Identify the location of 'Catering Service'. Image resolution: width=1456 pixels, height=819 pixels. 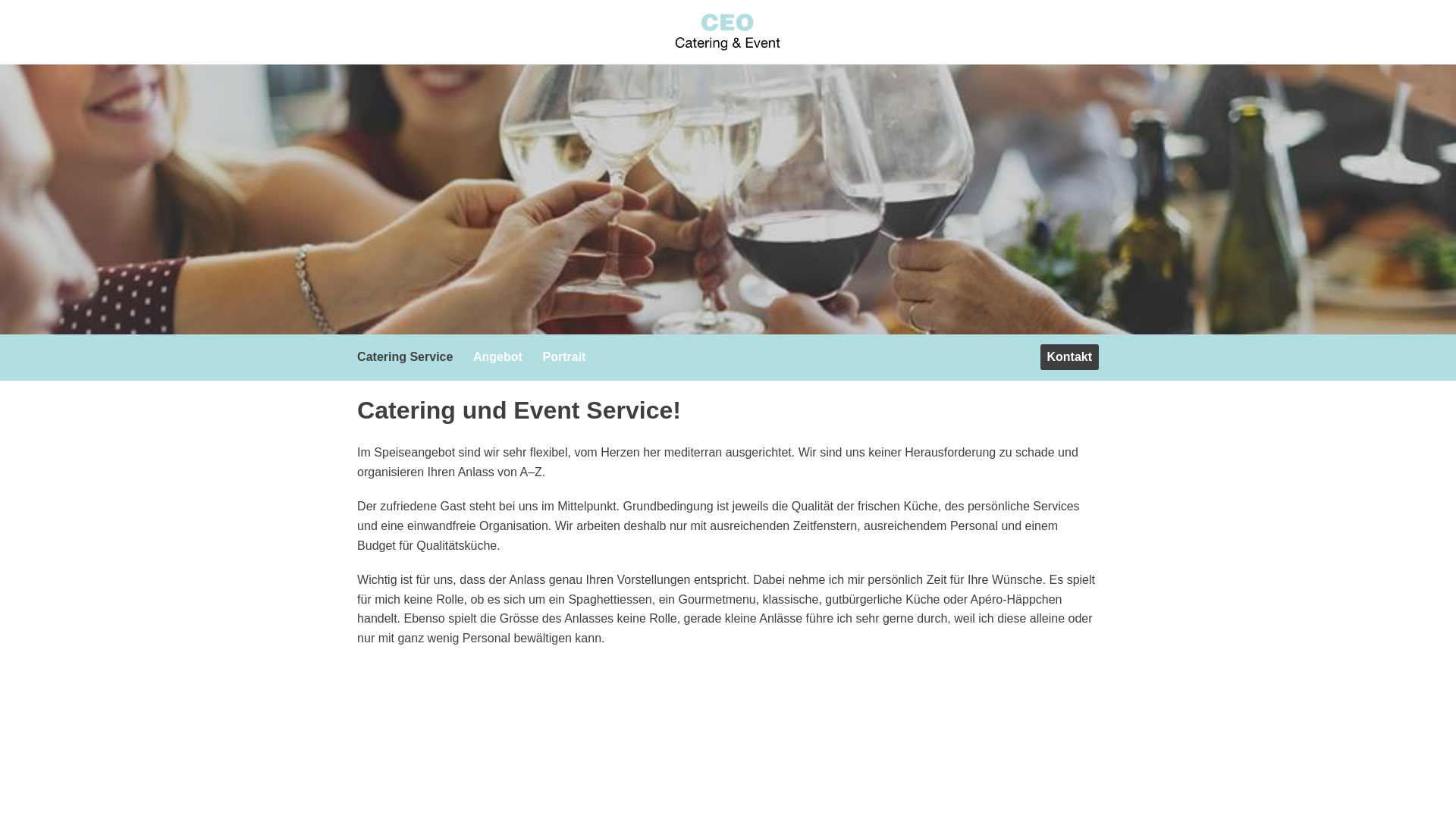
(349, 356).